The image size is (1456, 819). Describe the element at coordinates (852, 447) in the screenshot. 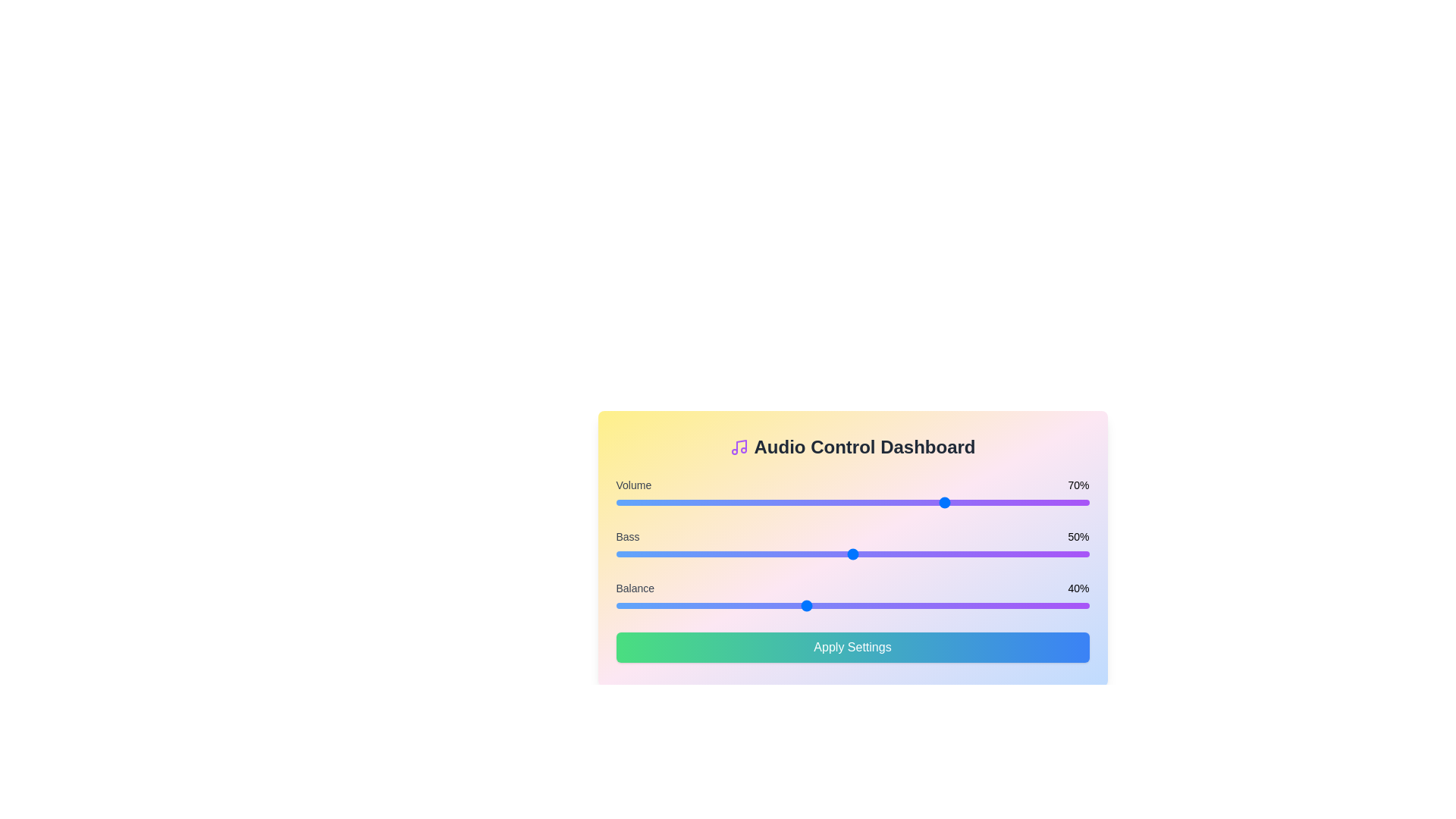

I see `title or header text of the audio control settings module, which is located at the top section of the gradient-styled card containing audio control options` at that location.